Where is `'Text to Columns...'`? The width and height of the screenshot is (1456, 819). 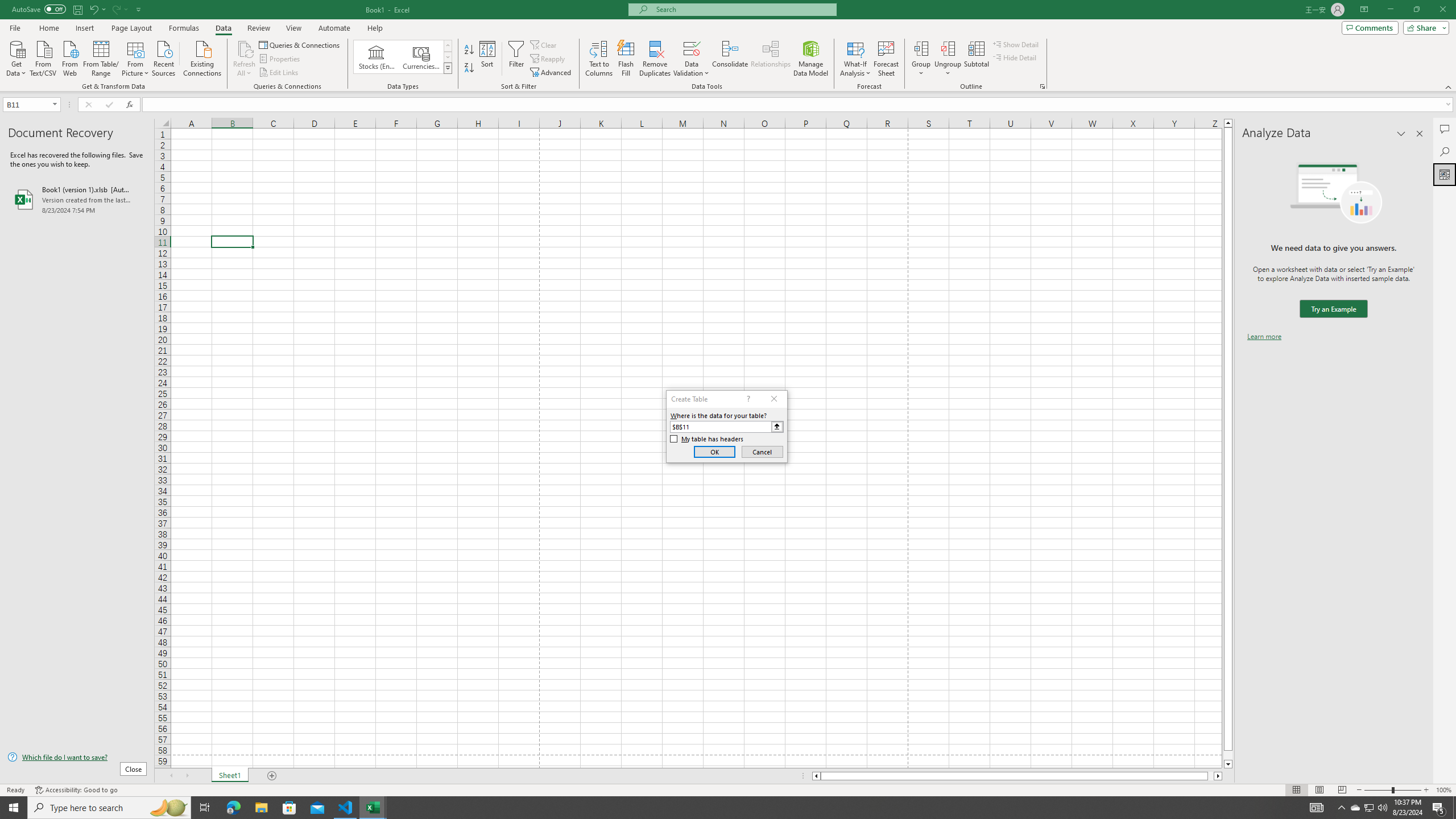
'Text to Columns...' is located at coordinates (598, 59).